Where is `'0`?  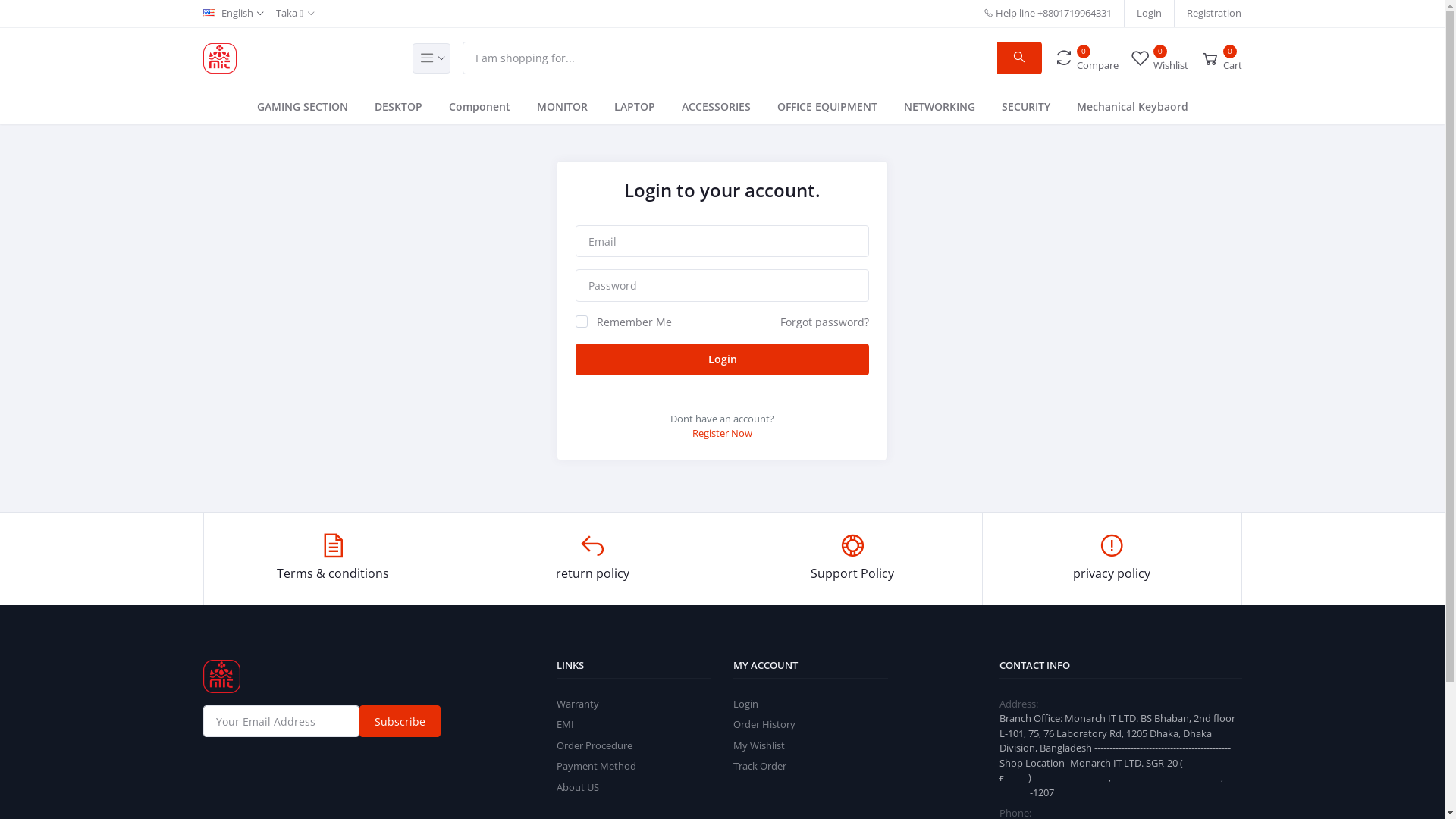 '0 is located at coordinates (1085, 57).